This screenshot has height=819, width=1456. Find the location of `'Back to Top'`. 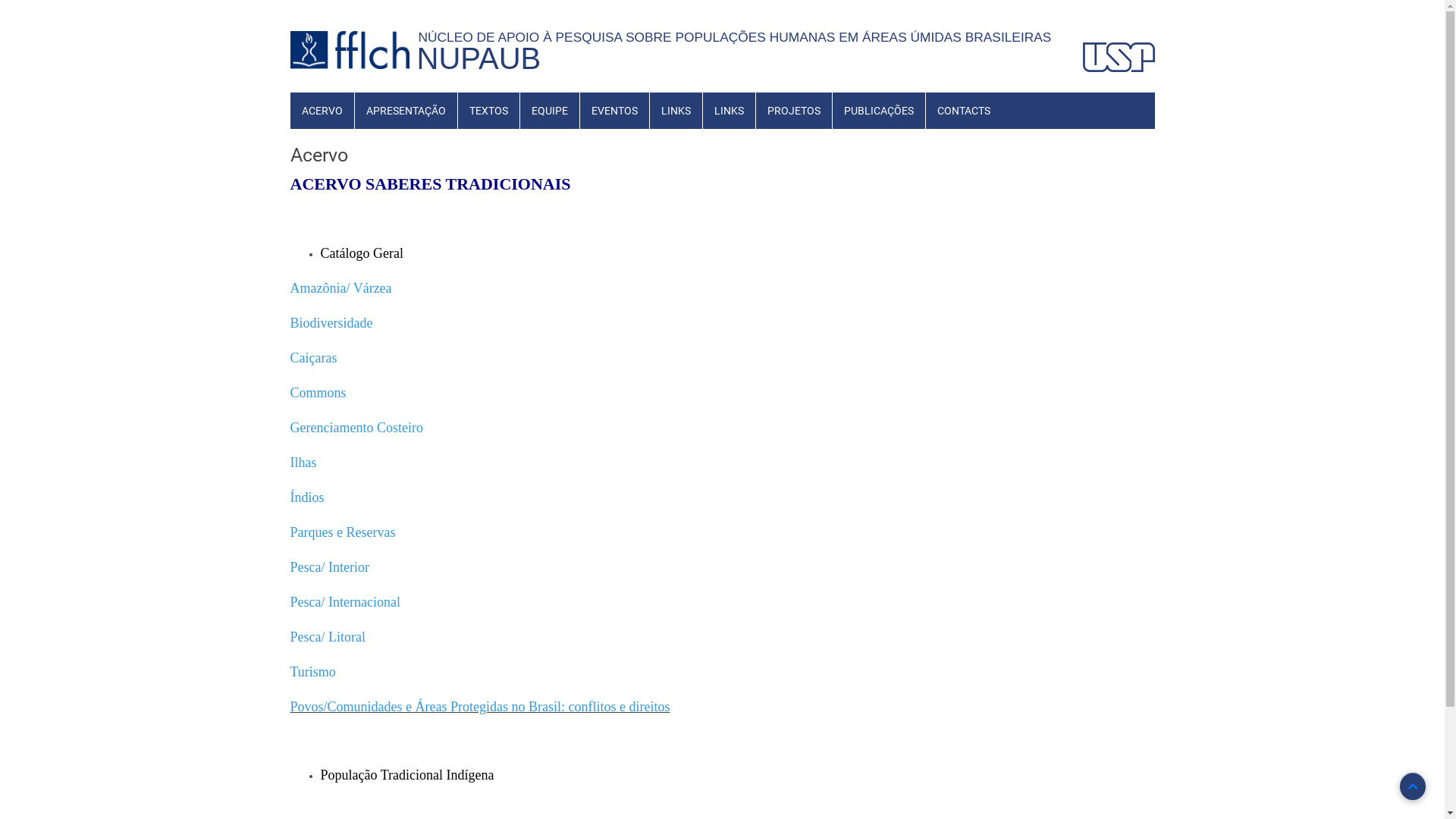

'Back to Top' is located at coordinates (1411, 786).